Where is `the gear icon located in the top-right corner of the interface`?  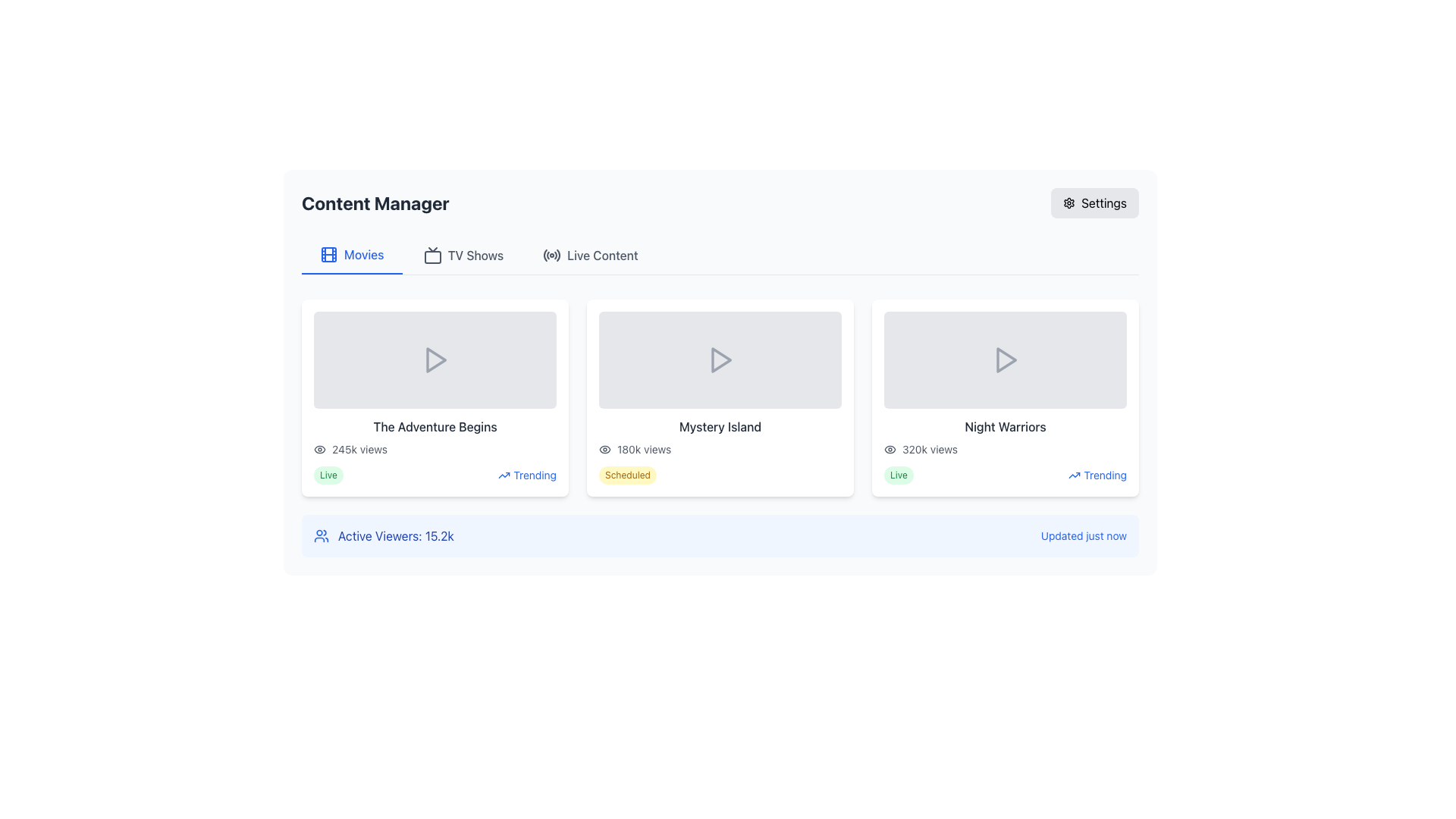 the gear icon located in the top-right corner of the interface is located at coordinates (1068, 202).